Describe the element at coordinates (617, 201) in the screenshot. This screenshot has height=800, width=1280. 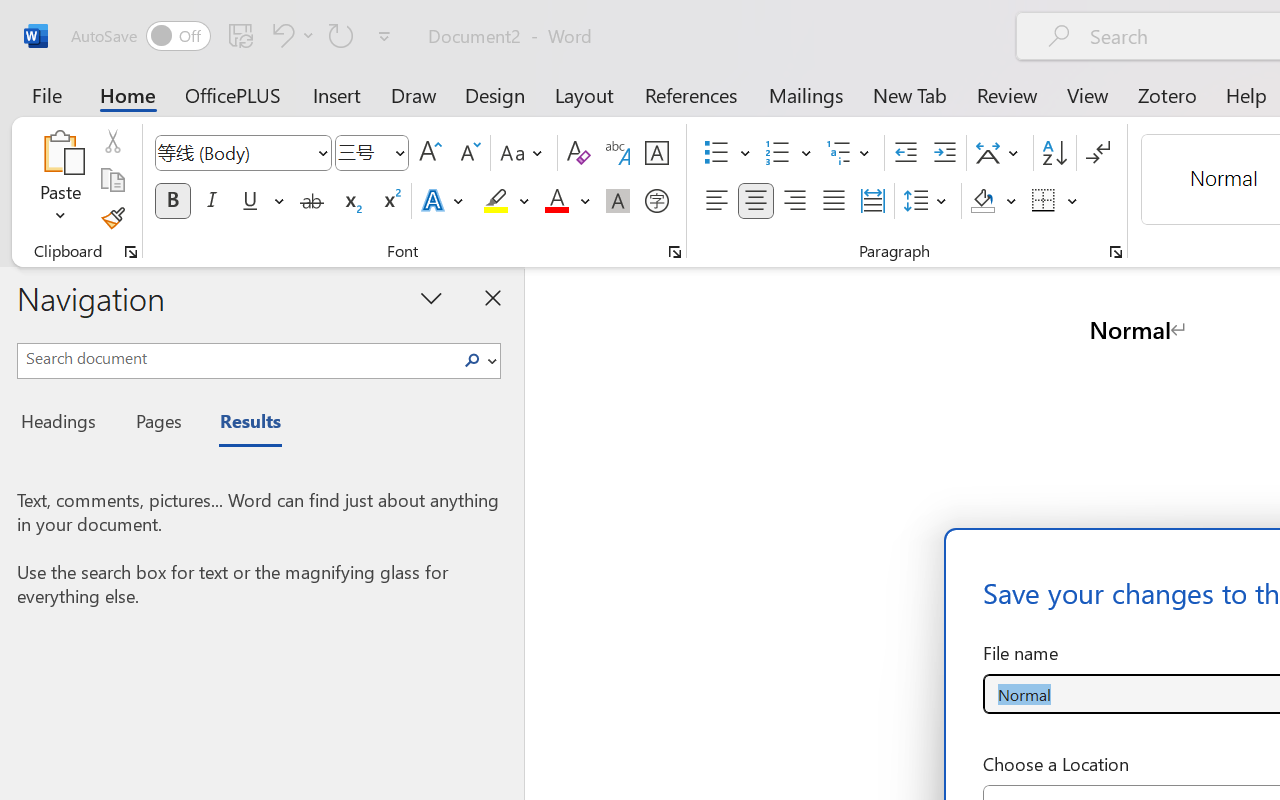
I see `'Character Shading'` at that location.